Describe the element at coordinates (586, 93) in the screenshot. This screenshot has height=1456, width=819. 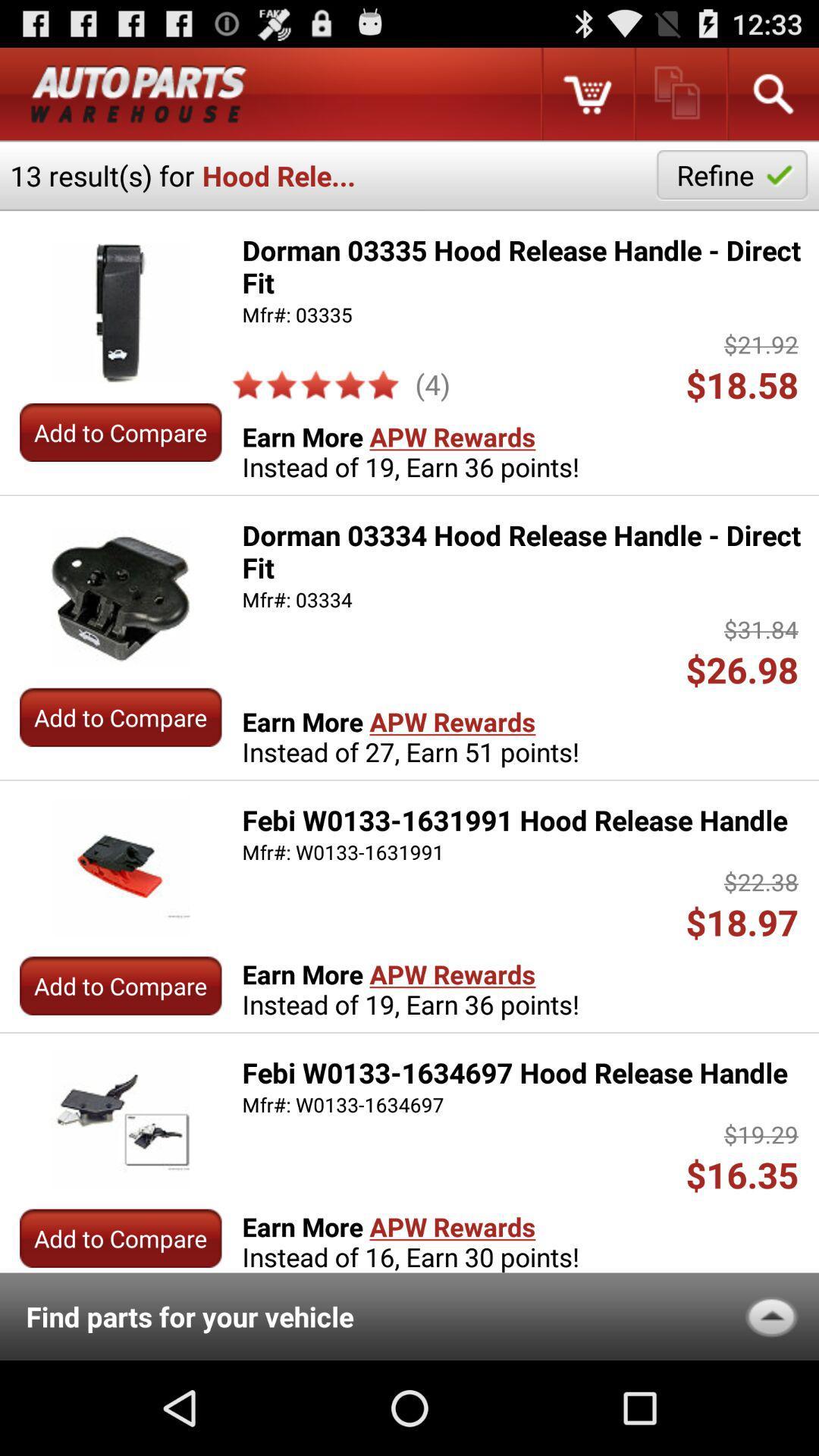
I see `shopping cart` at that location.